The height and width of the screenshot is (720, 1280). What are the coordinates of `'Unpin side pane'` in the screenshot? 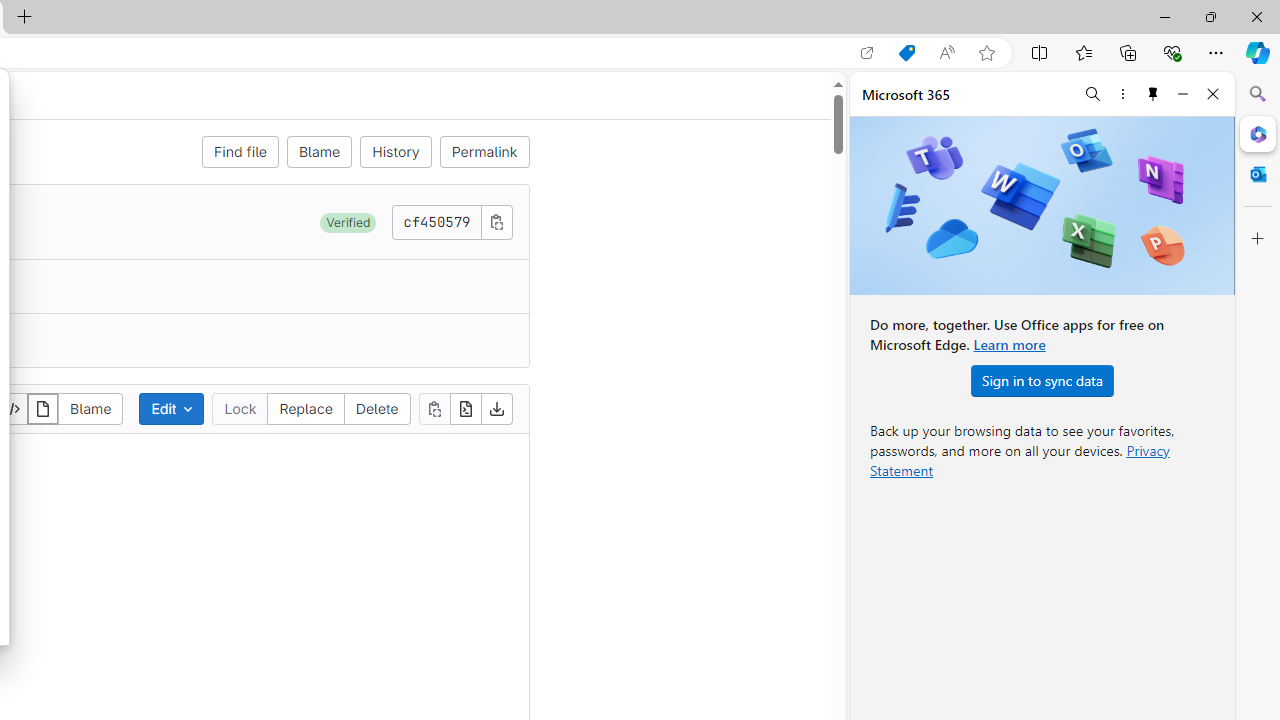 It's located at (1153, 93).